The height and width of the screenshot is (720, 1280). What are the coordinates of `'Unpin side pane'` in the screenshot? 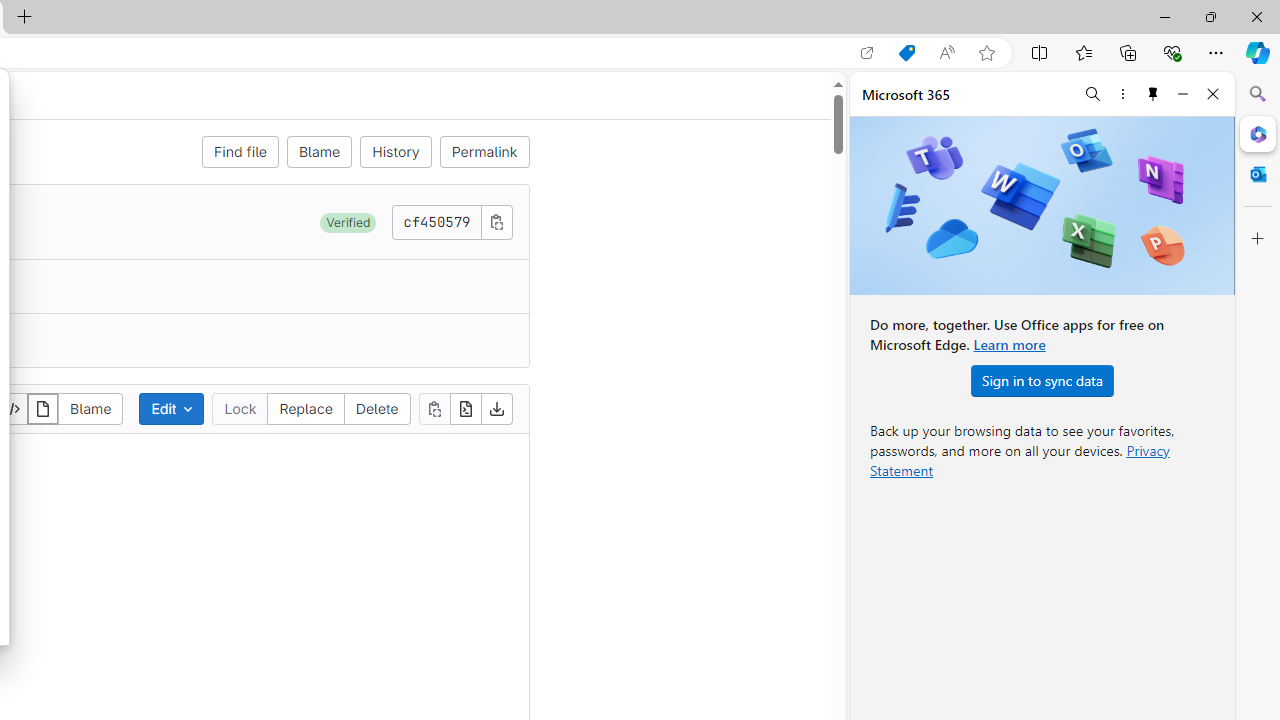 It's located at (1153, 93).